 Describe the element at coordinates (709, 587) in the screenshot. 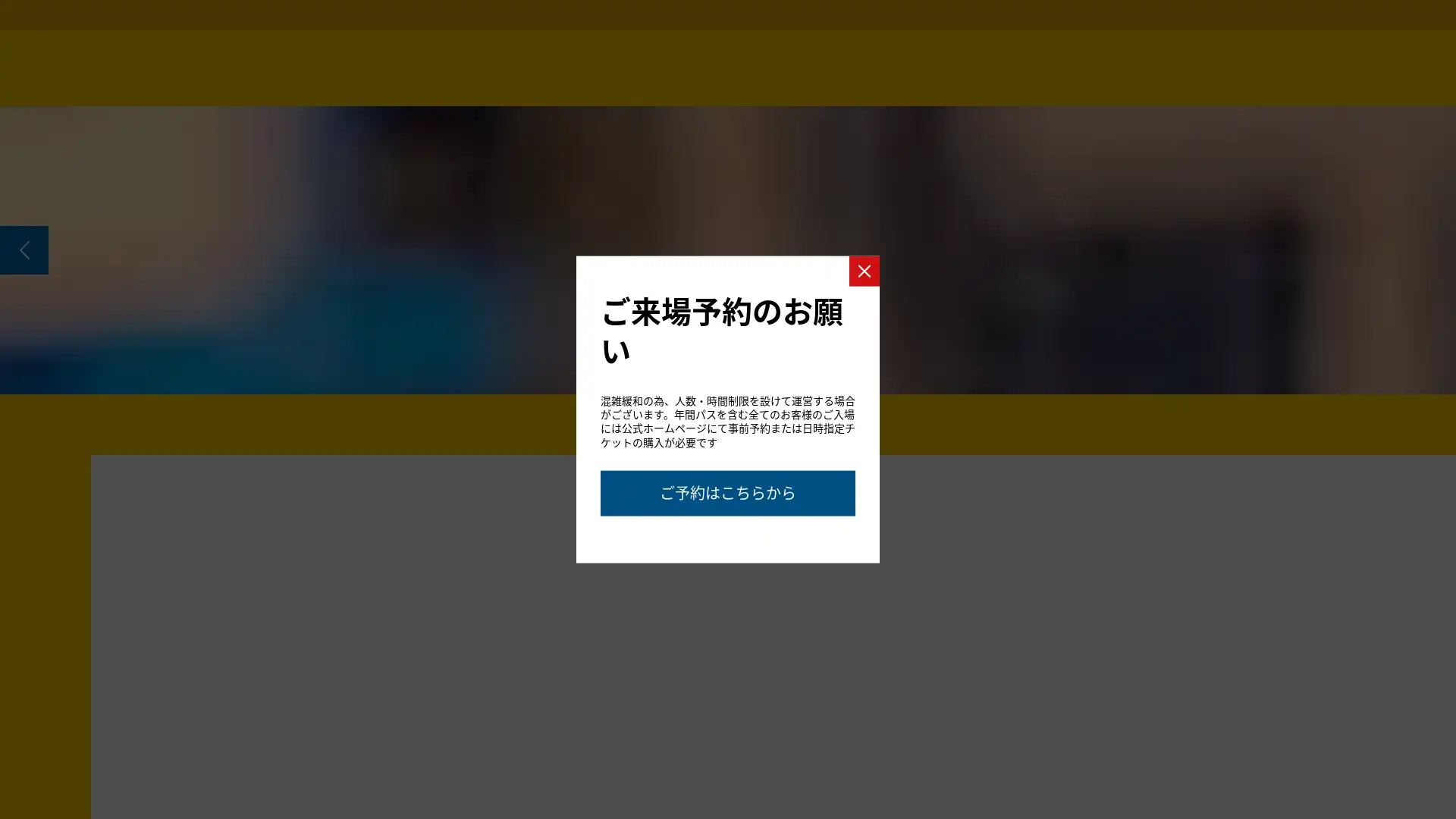

I see `Go to slide 1` at that location.